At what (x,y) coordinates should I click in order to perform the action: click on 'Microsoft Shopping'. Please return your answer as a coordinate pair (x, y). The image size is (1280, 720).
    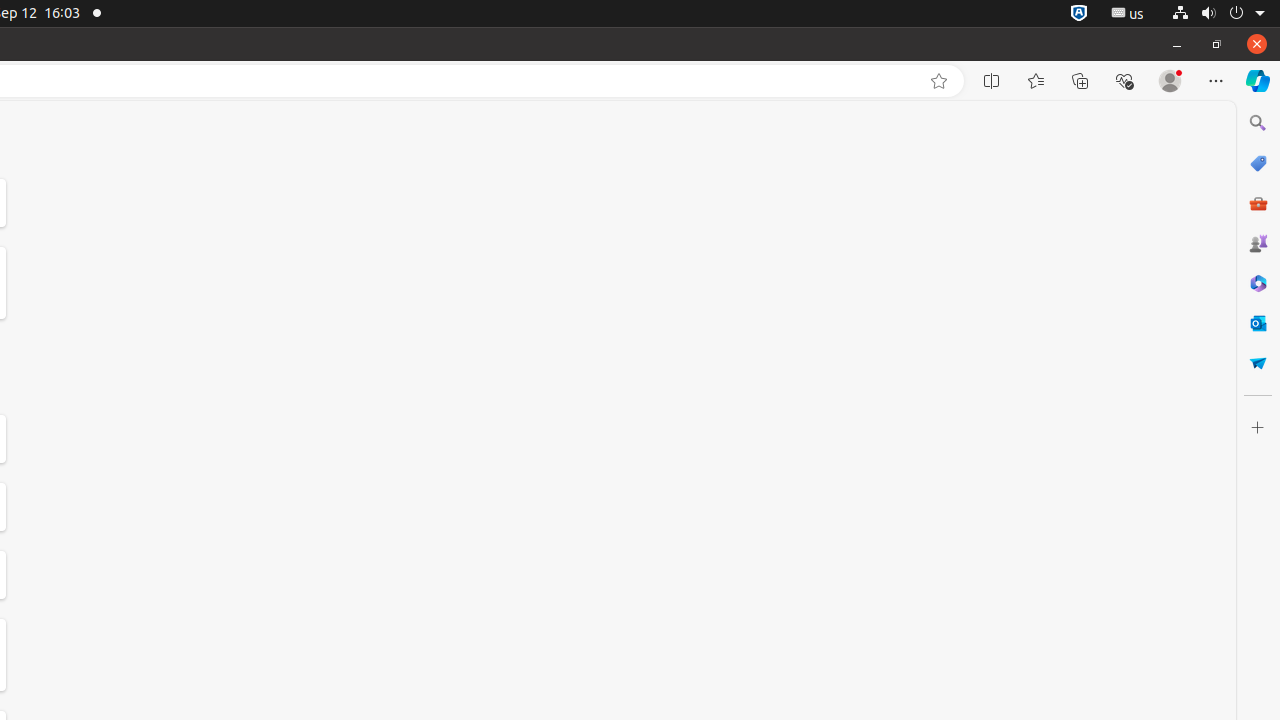
    Looking at the image, I should click on (1256, 162).